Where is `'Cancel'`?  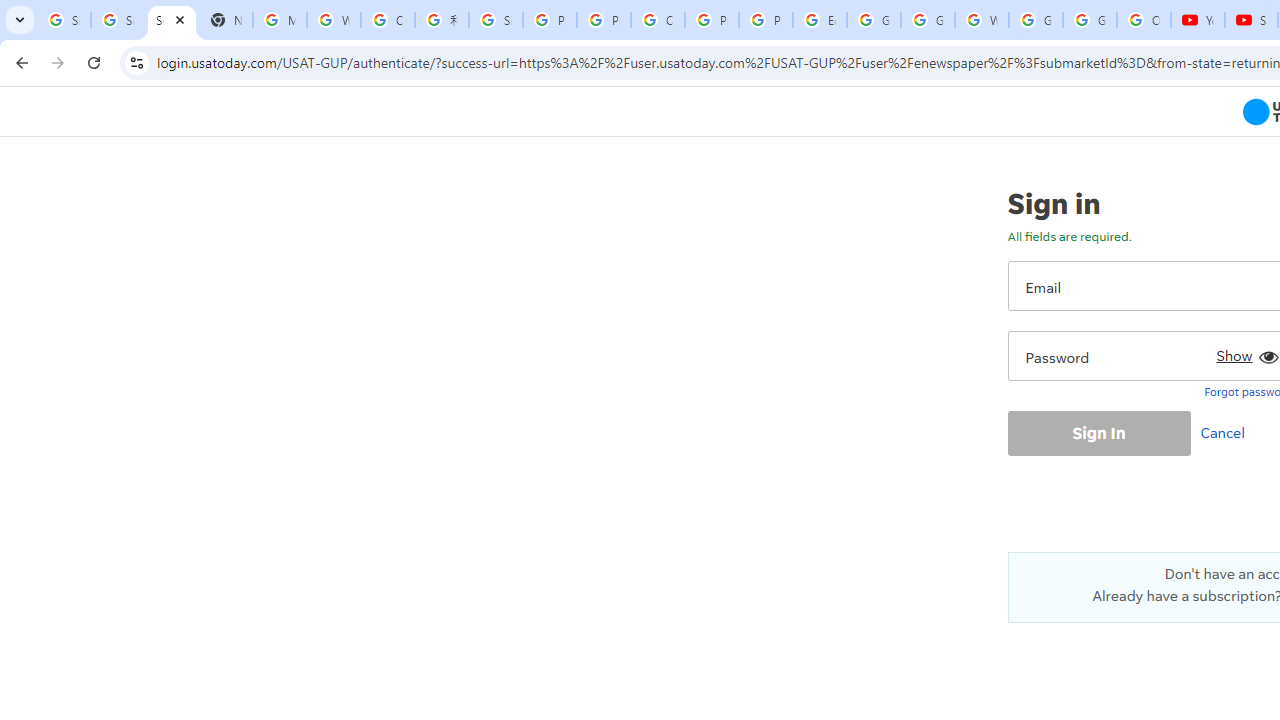
'Cancel' is located at coordinates (1226, 431).